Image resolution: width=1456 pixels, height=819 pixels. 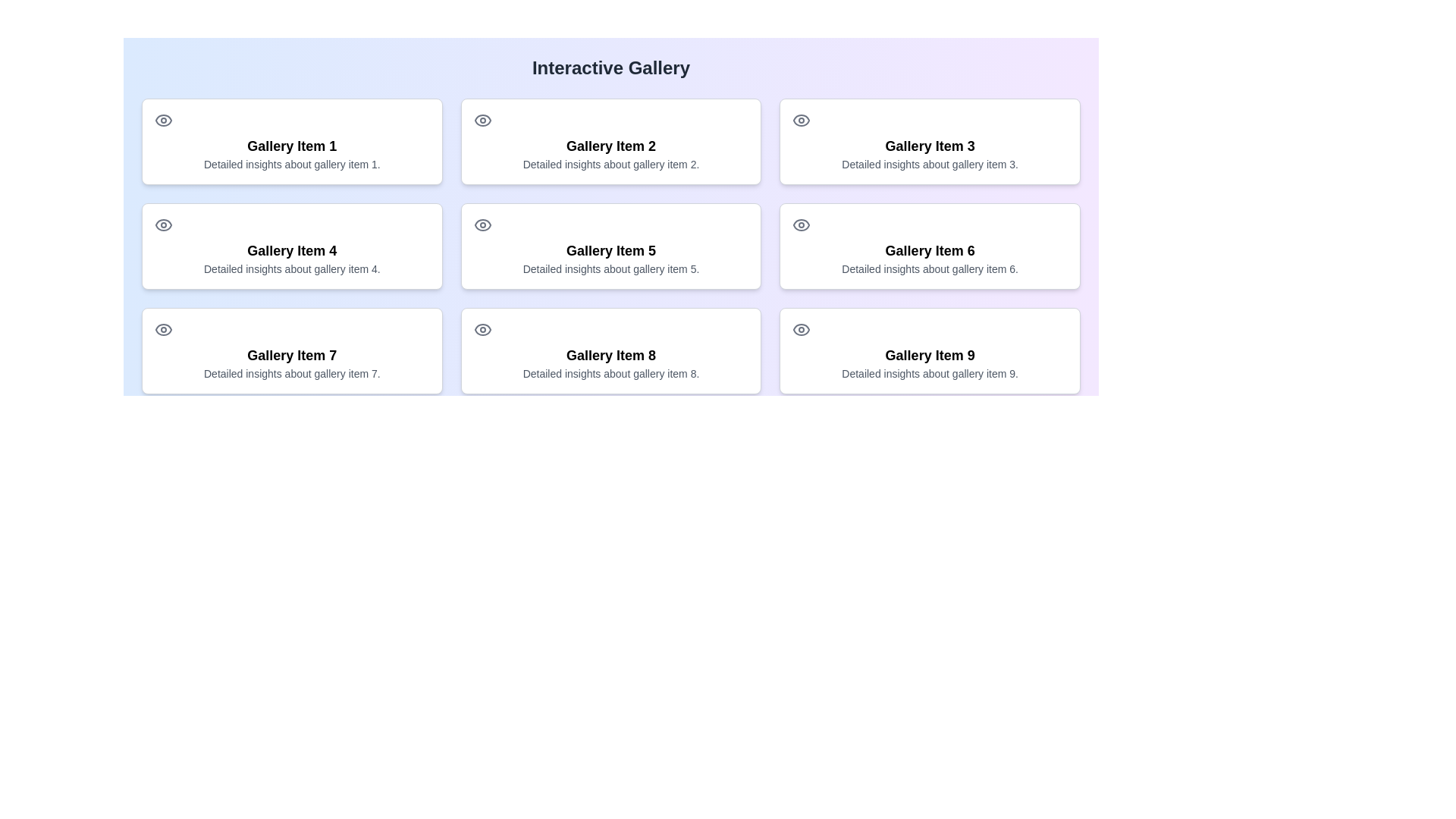 What do you see at coordinates (292, 146) in the screenshot?
I see `static text label that serves as the title for 'Gallery Item 1'` at bounding box center [292, 146].